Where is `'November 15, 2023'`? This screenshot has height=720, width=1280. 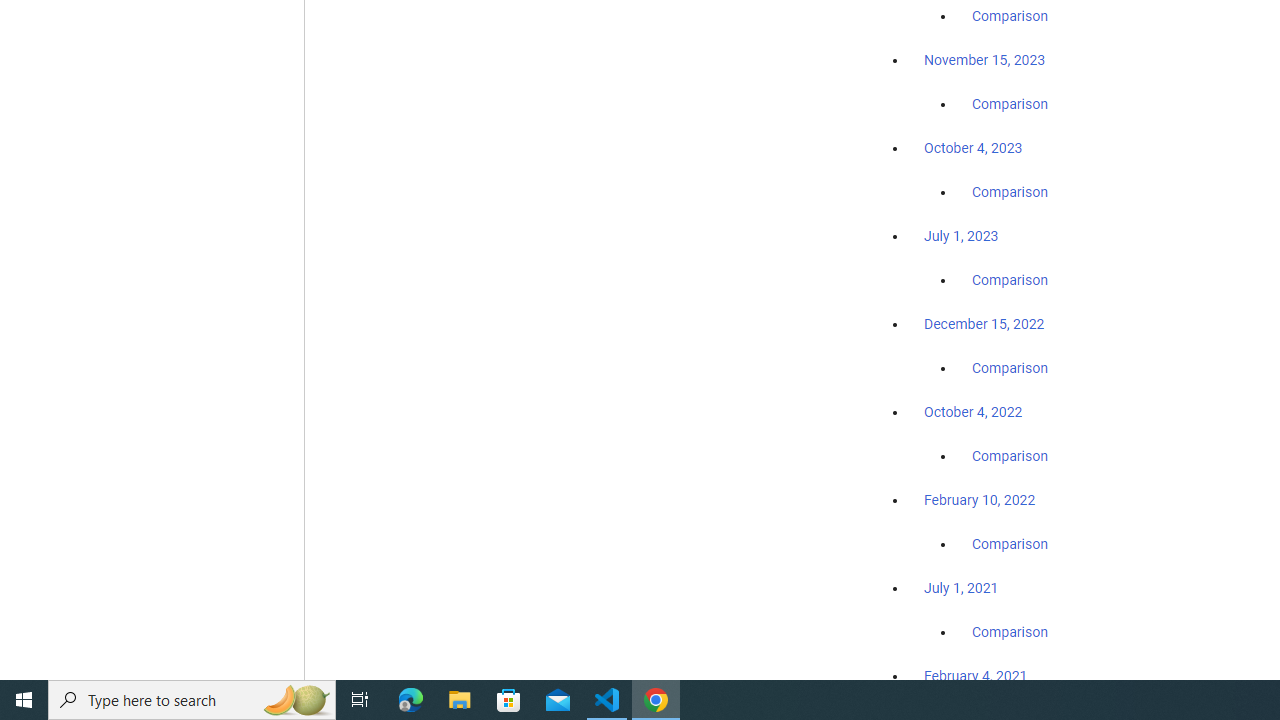
'November 15, 2023' is located at coordinates (984, 59).